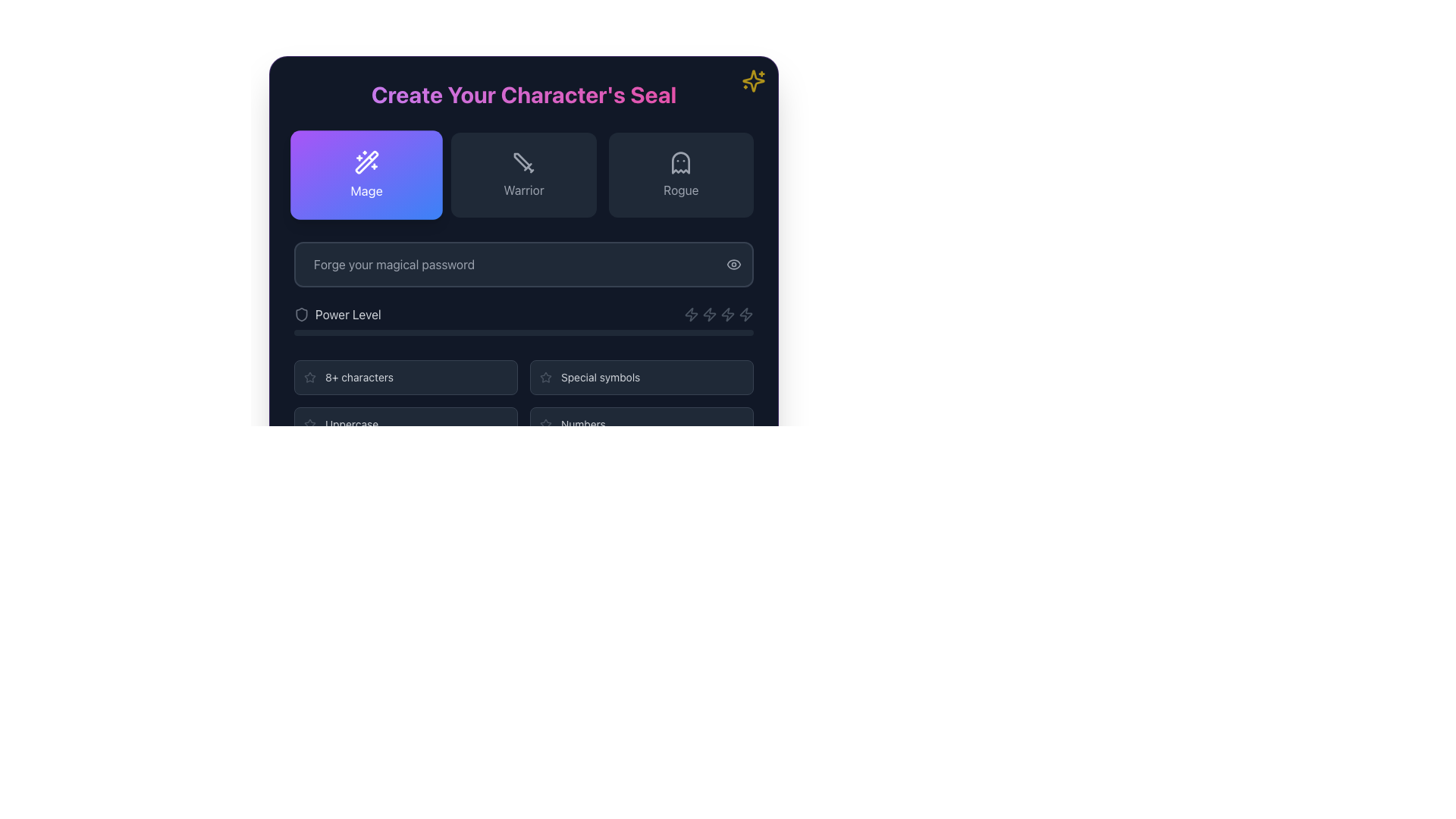  What do you see at coordinates (680, 163) in the screenshot?
I see `the 'Rogue' icon within the button` at bounding box center [680, 163].